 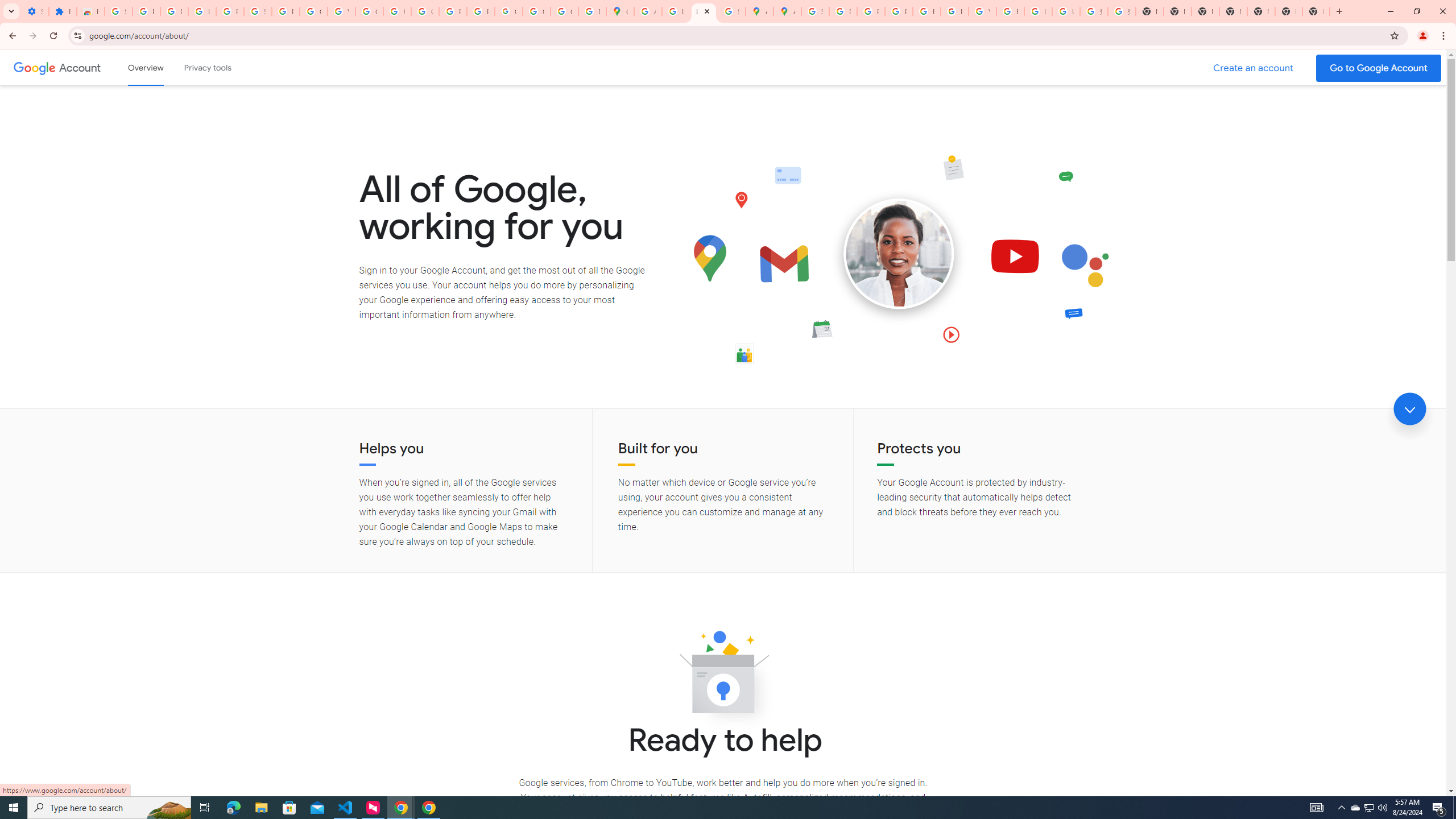 I want to click on 'Google Account overview', so click(x=146, y=67).